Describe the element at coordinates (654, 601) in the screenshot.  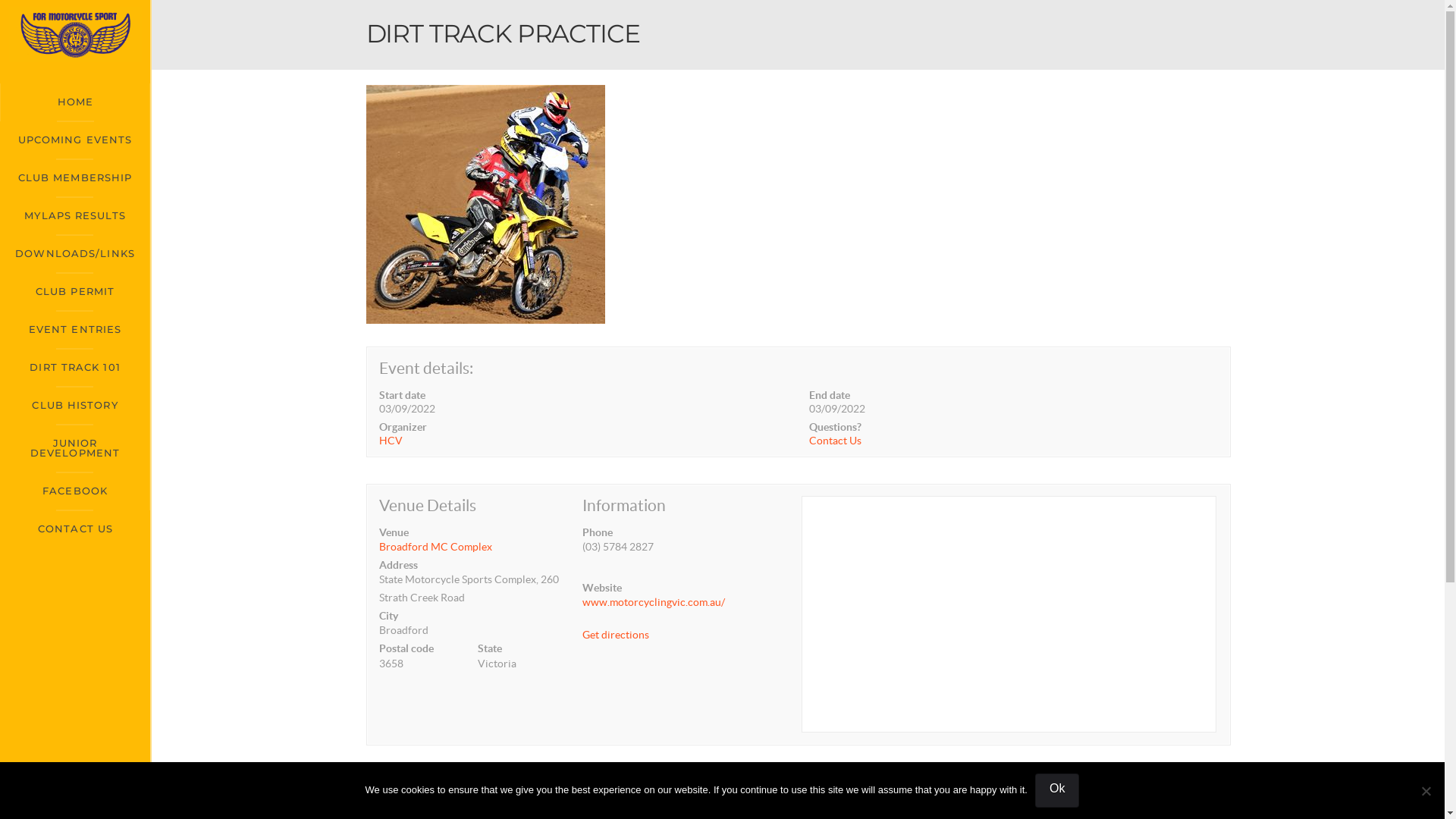
I see `'www.motorcyclingvic.com.au/'` at that location.